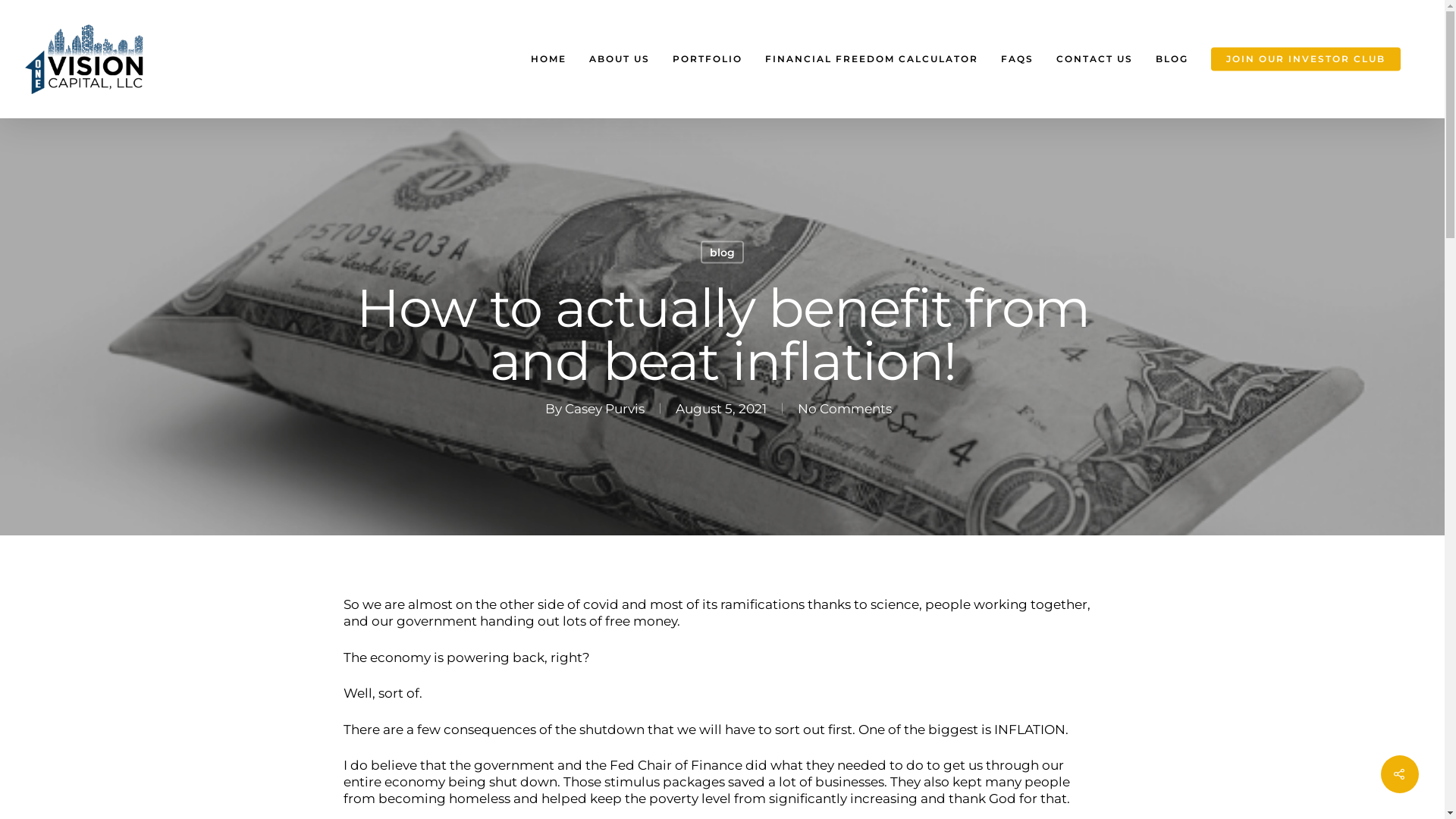 This screenshot has height=819, width=1456. What do you see at coordinates (1305, 58) in the screenshot?
I see `'JOIN OUR INVESTOR CLUB'` at bounding box center [1305, 58].